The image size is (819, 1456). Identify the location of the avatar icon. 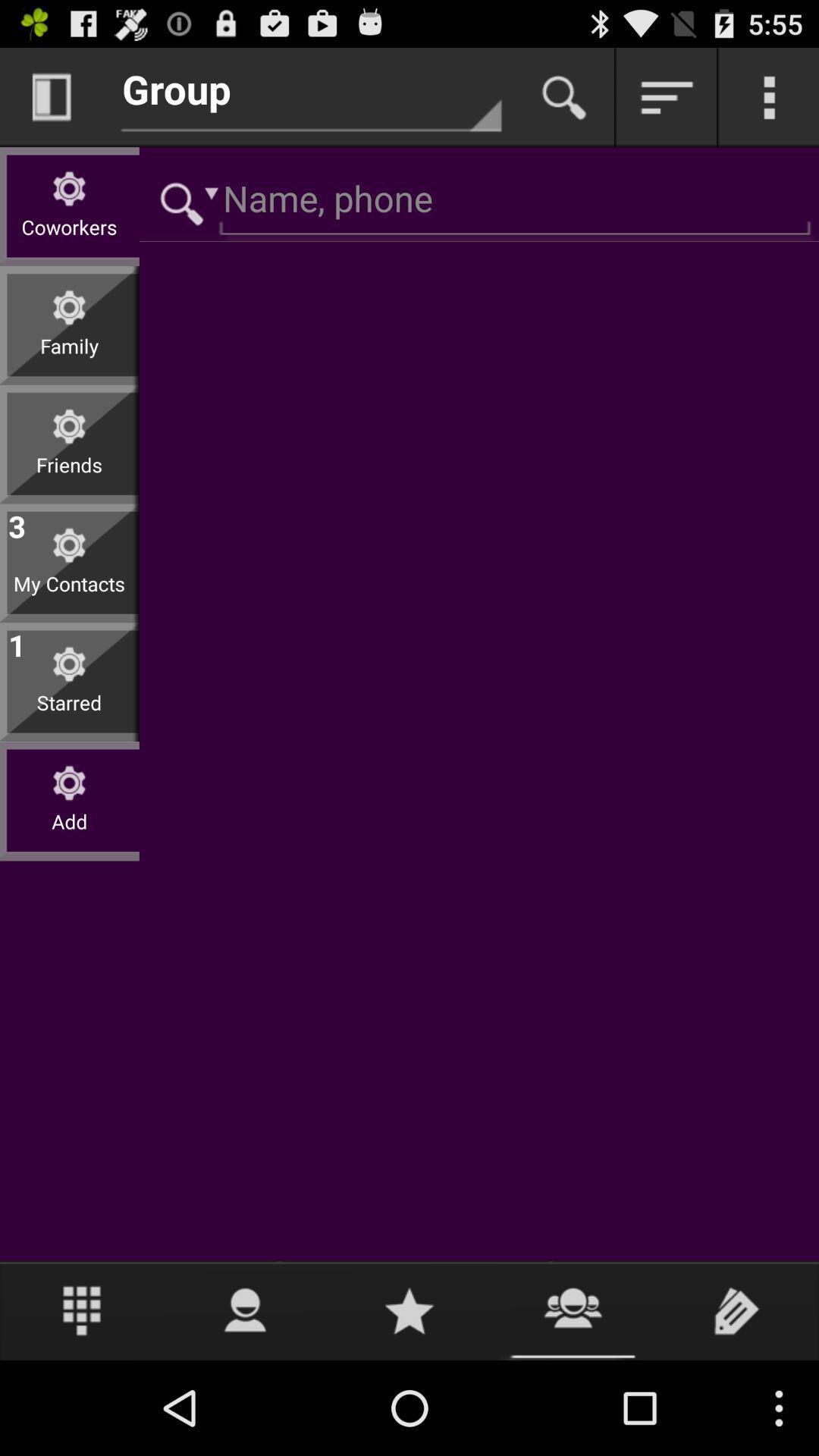
(245, 1401).